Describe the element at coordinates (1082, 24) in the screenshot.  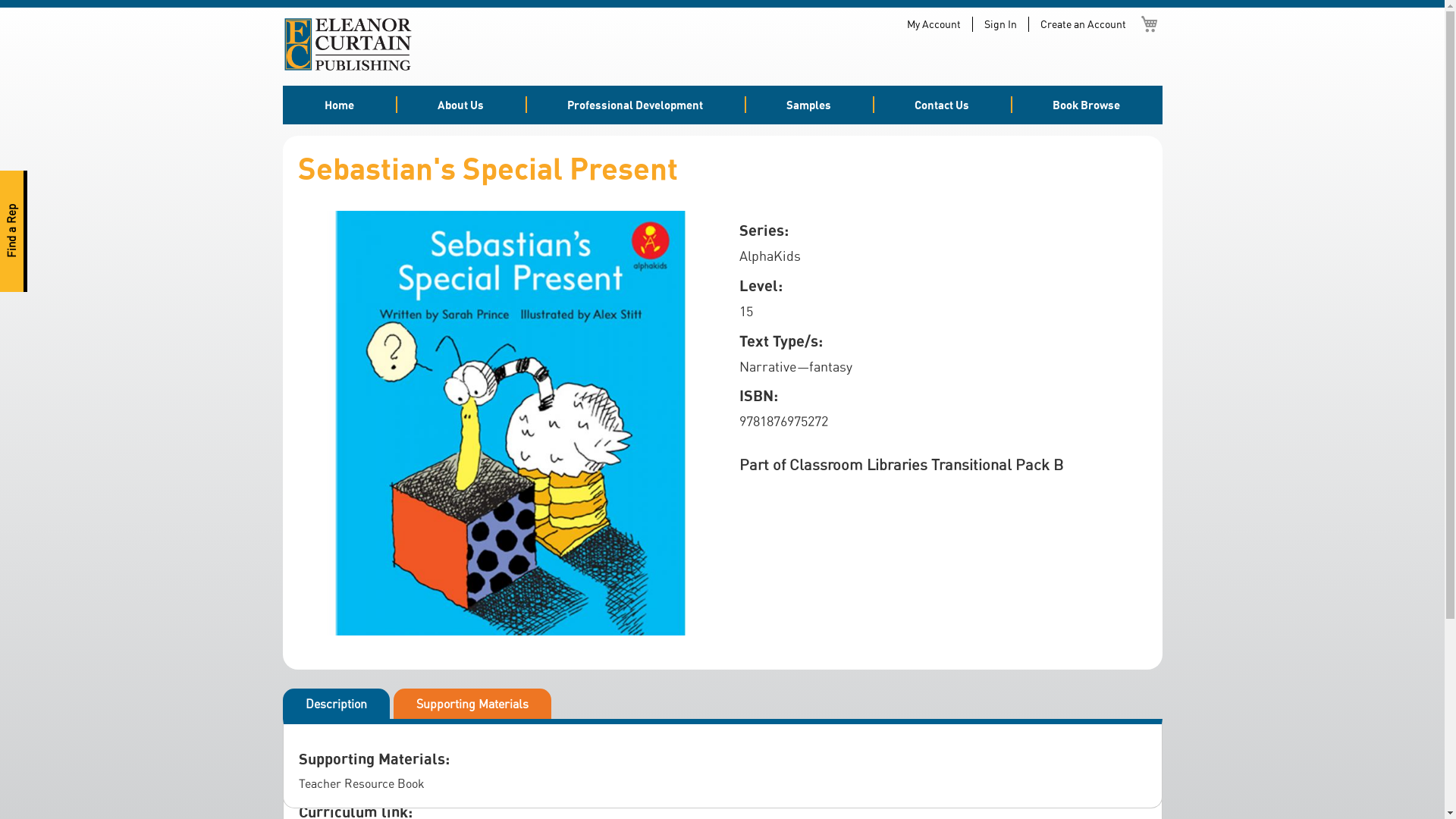
I see `'Create an Account'` at that location.